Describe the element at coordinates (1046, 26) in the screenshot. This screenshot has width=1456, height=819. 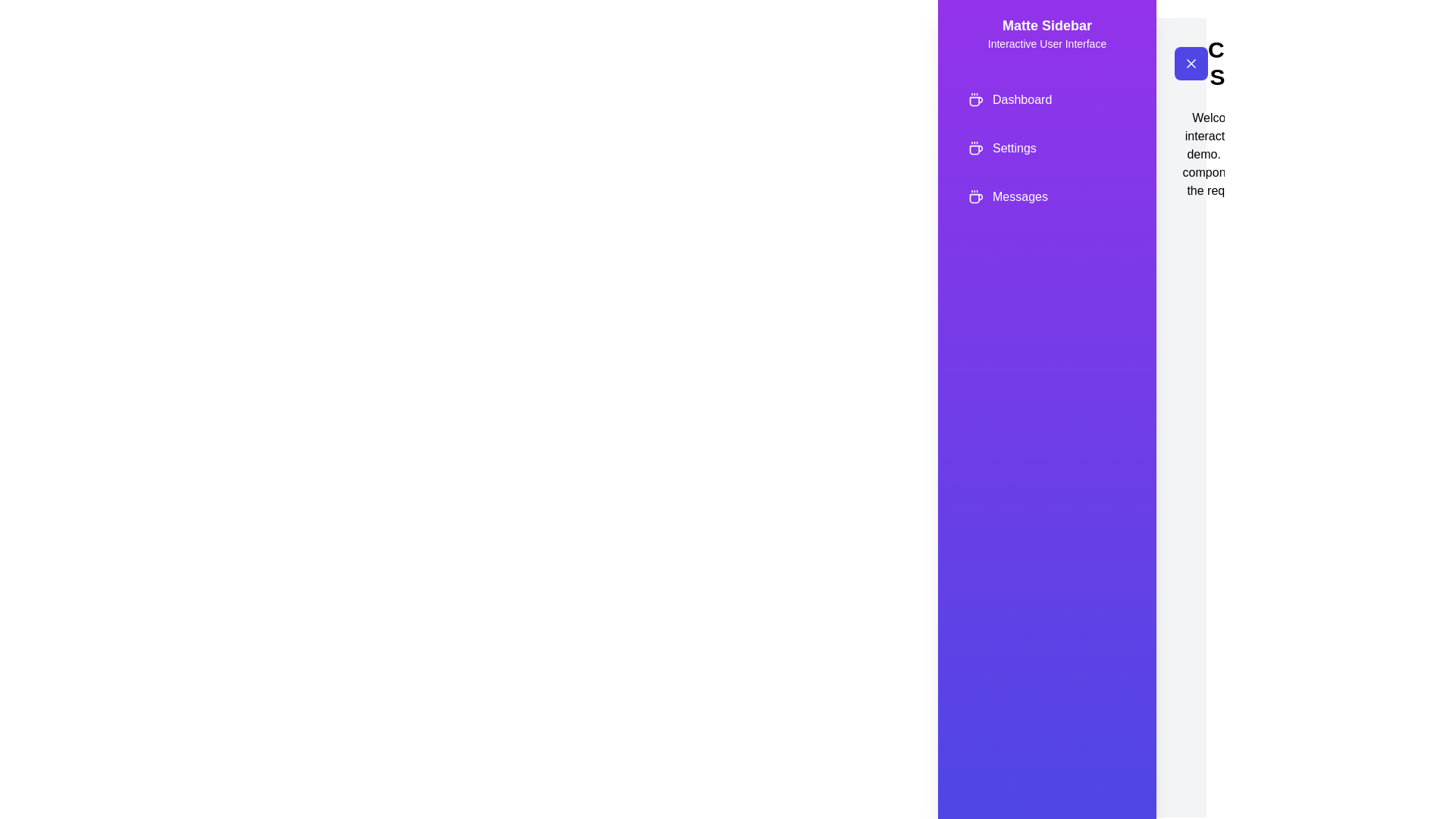
I see `the bold text label 'Matte Sidebar' styled in white on a purple background, located near the top of the sidebar` at that location.